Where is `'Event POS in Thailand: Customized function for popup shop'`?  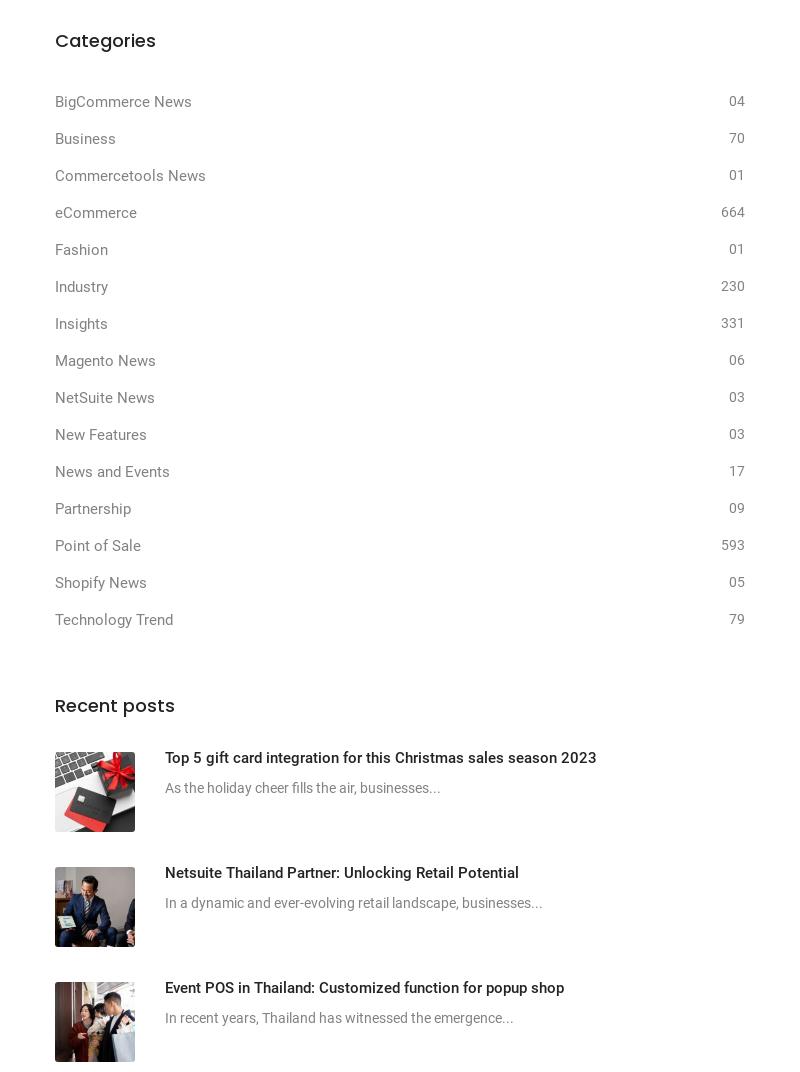 'Event POS in Thailand: Customized function for popup shop' is located at coordinates (364, 985).